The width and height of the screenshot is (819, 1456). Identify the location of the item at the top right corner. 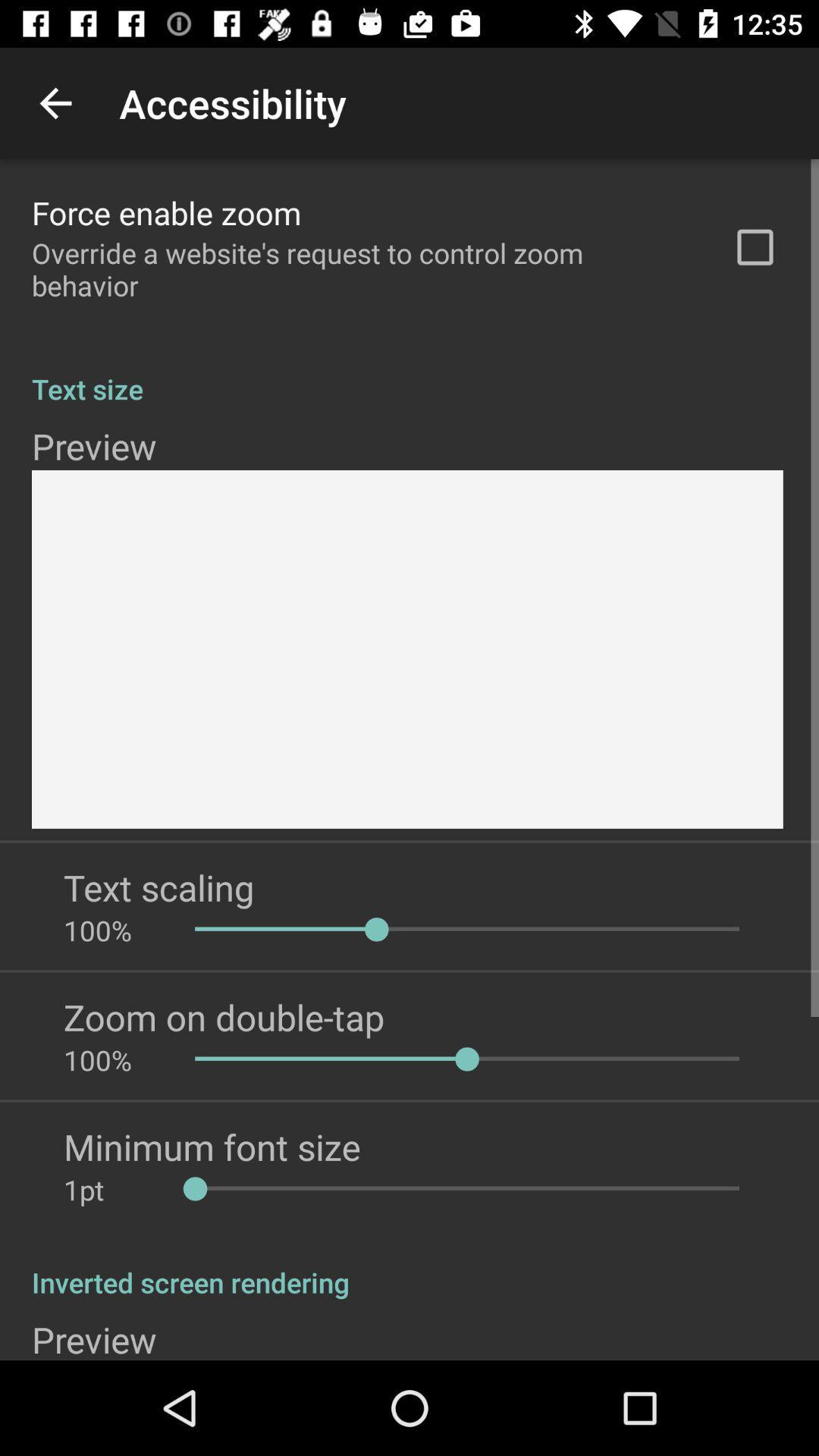
(755, 247).